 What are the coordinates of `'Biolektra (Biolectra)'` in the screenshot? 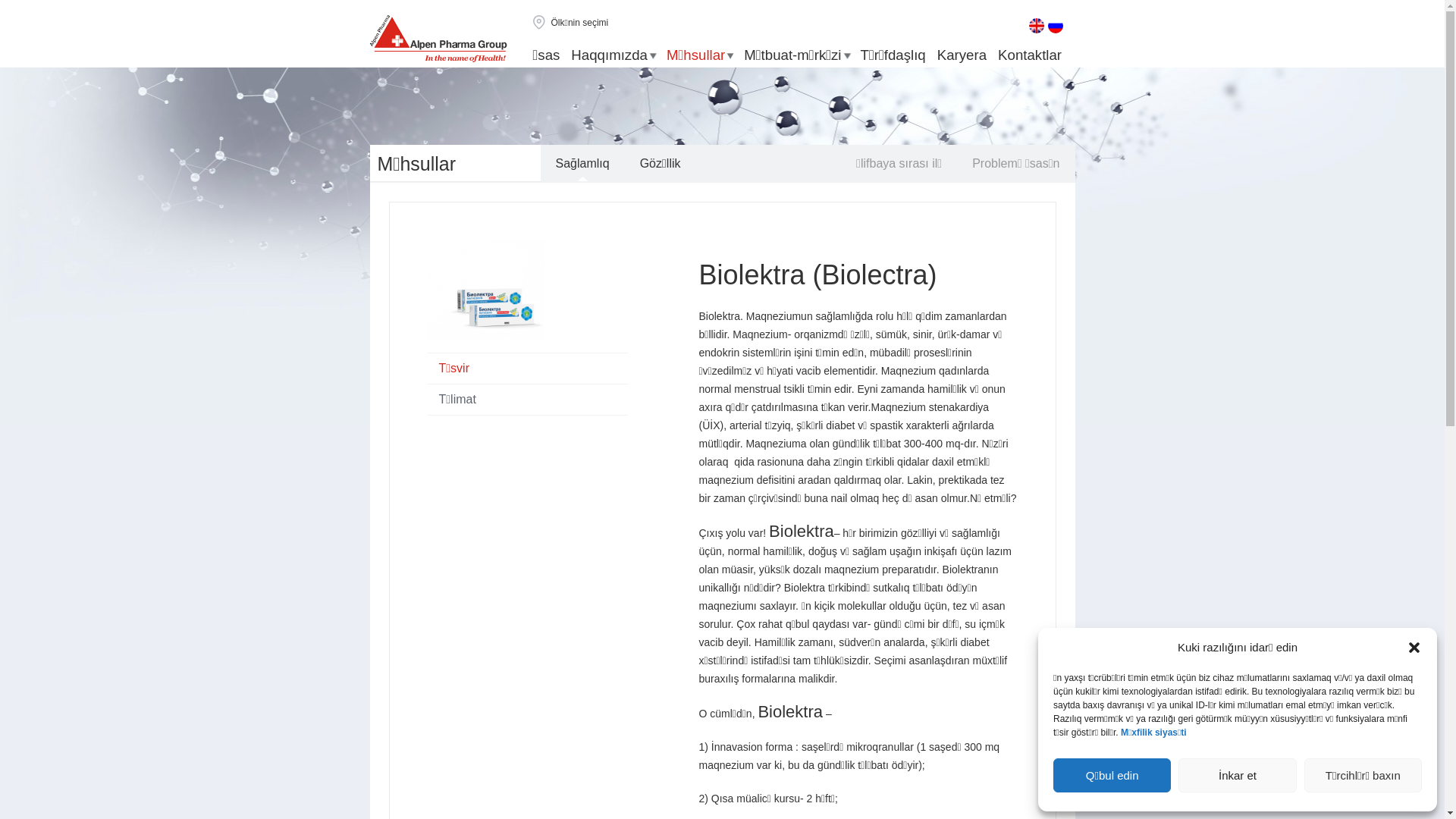 It's located at (698, 275).